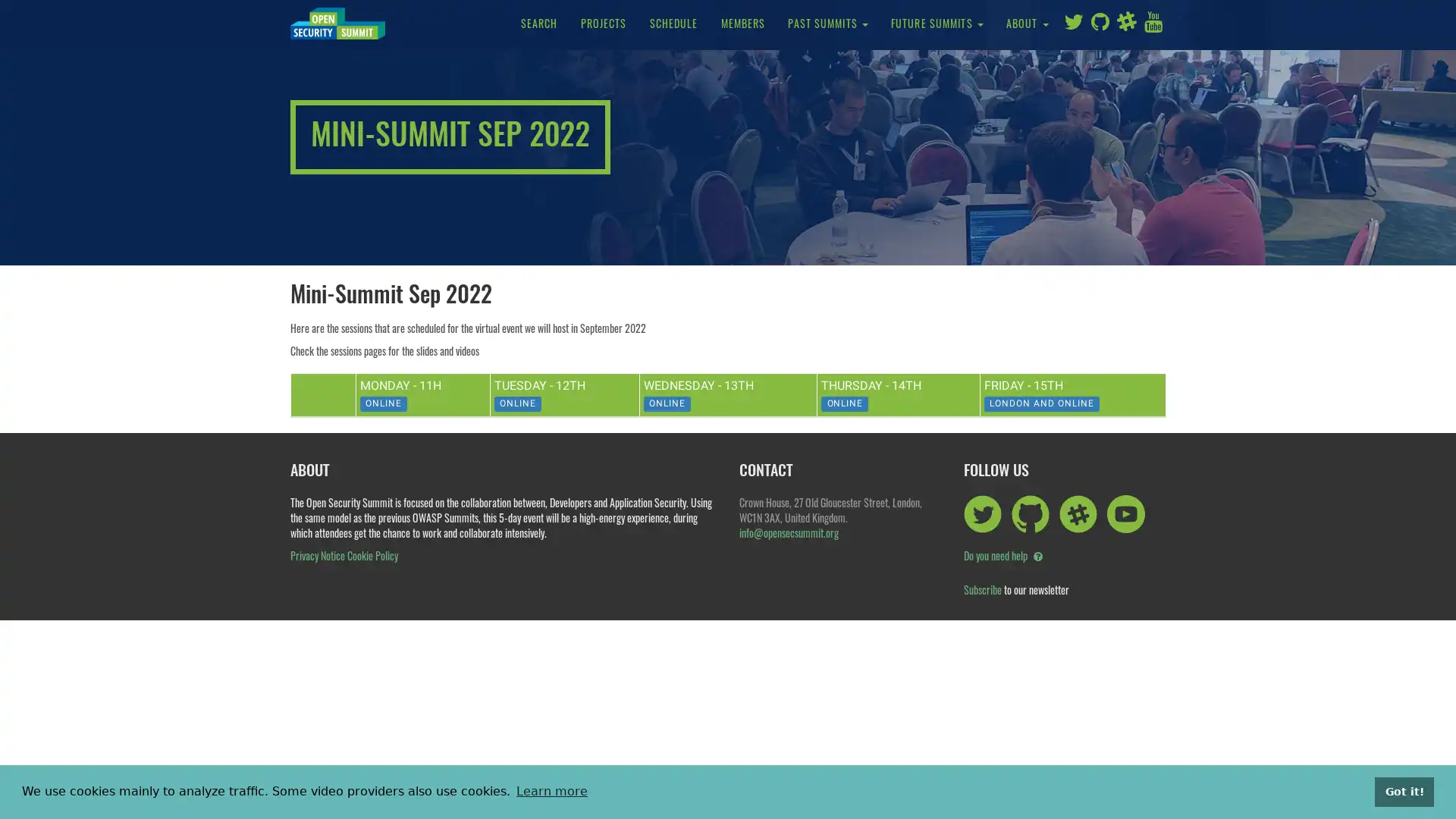 This screenshot has width=1456, height=819. Describe the element at coordinates (1404, 791) in the screenshot. I see `dismiss cookie message` at that location.